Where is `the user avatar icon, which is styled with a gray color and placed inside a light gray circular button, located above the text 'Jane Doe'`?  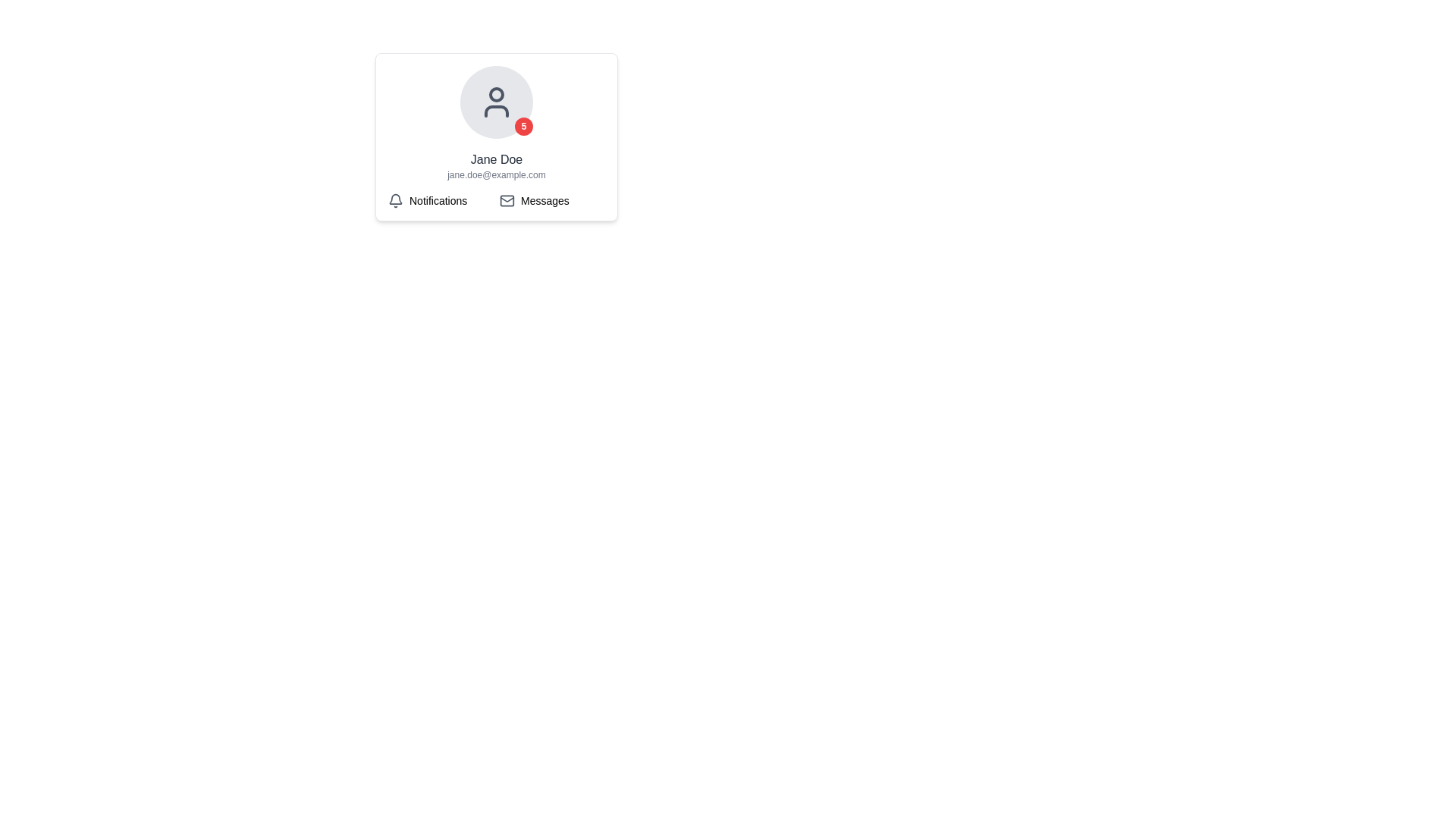 the user avatar icon, which is styled with a gray color and placed inside a light gray circular button, located above the text 'Jane Doe' is located at coordinates (496, 102).